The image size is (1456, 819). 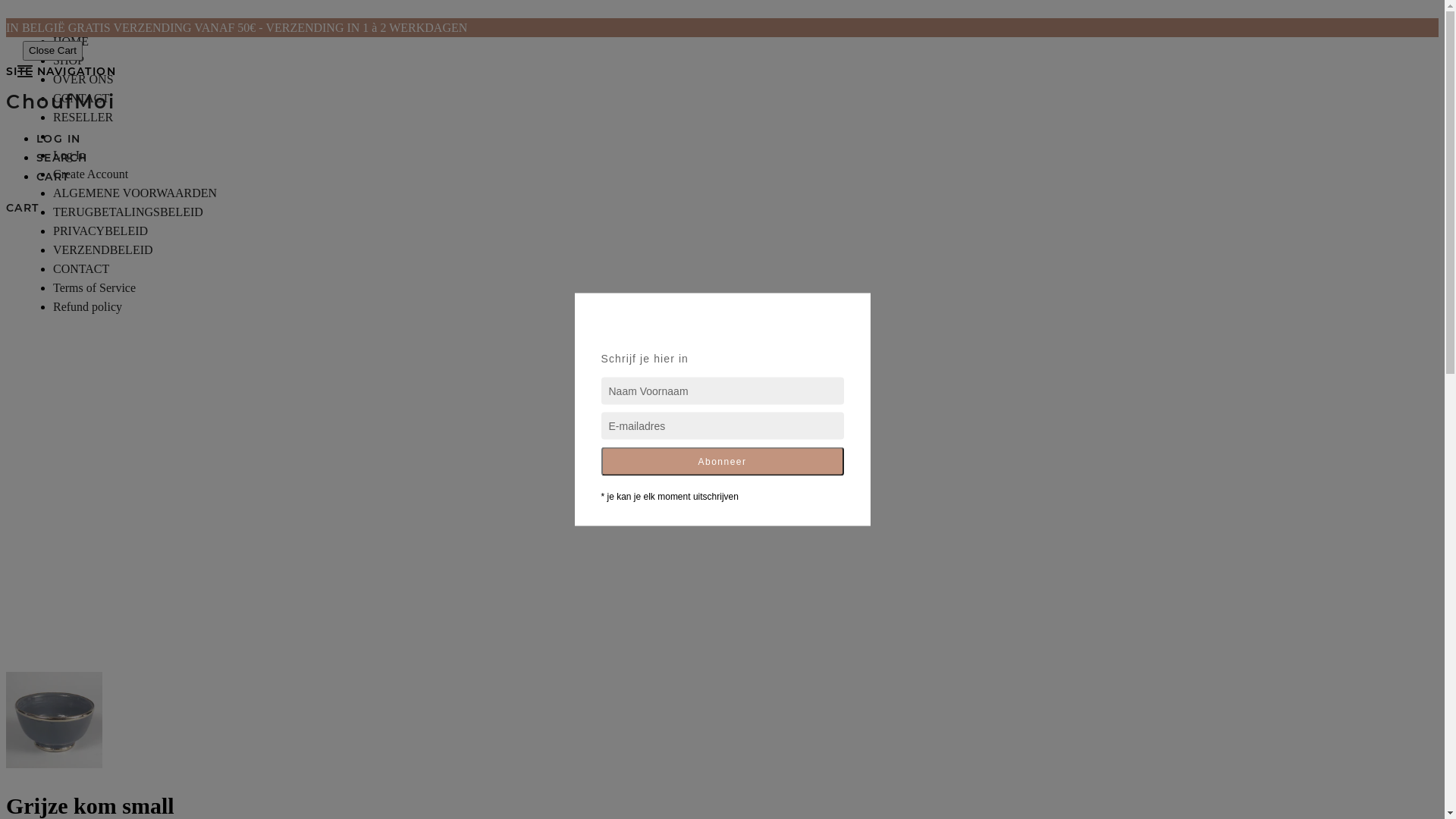 What do you see at coordinates (6, 102) in the screenshot?
I see `'ChoufMoi'` at bounding box center [6, 102].